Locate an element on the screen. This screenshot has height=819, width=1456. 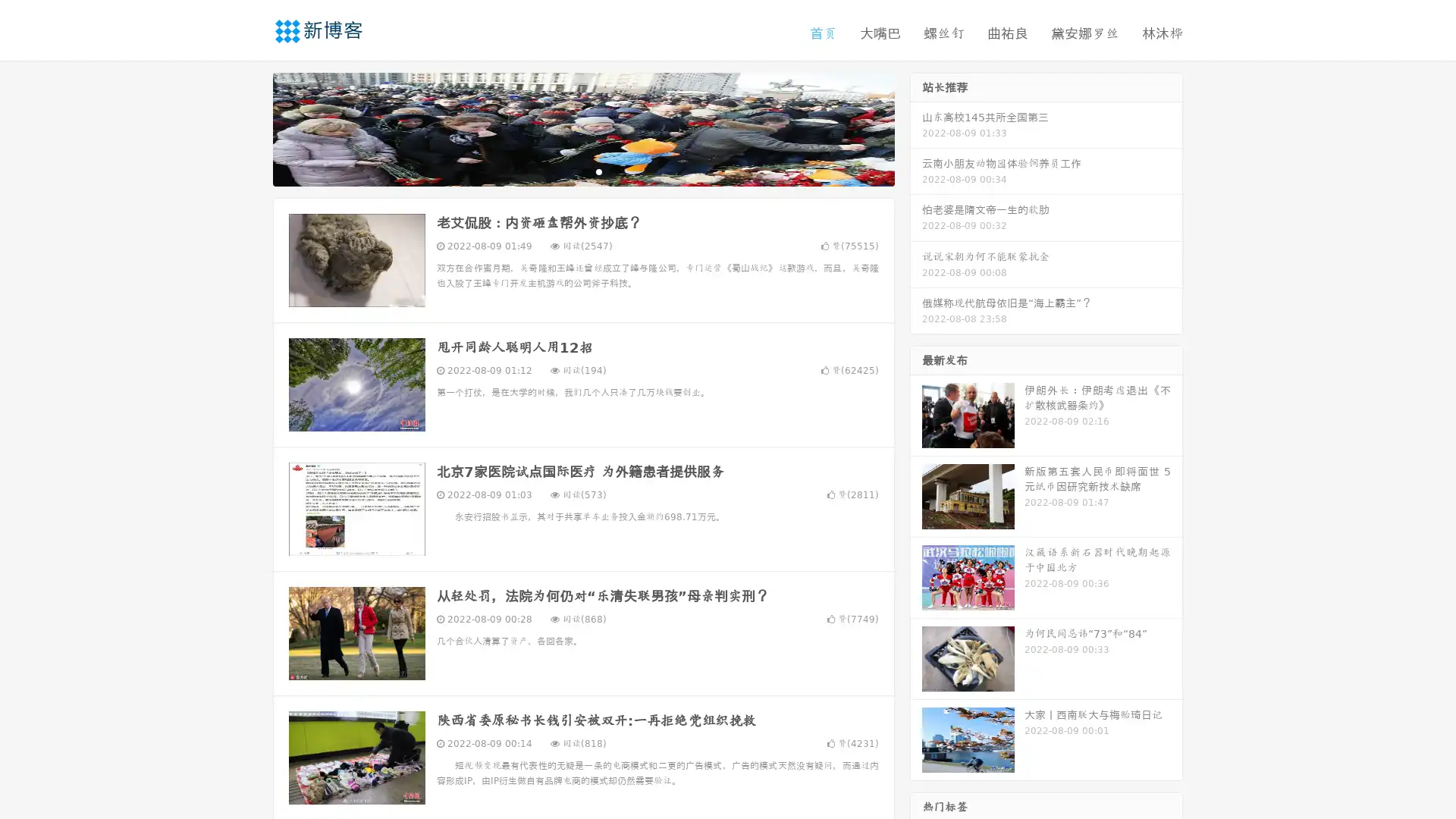
Previous slide is located at coordinates (250, 127).